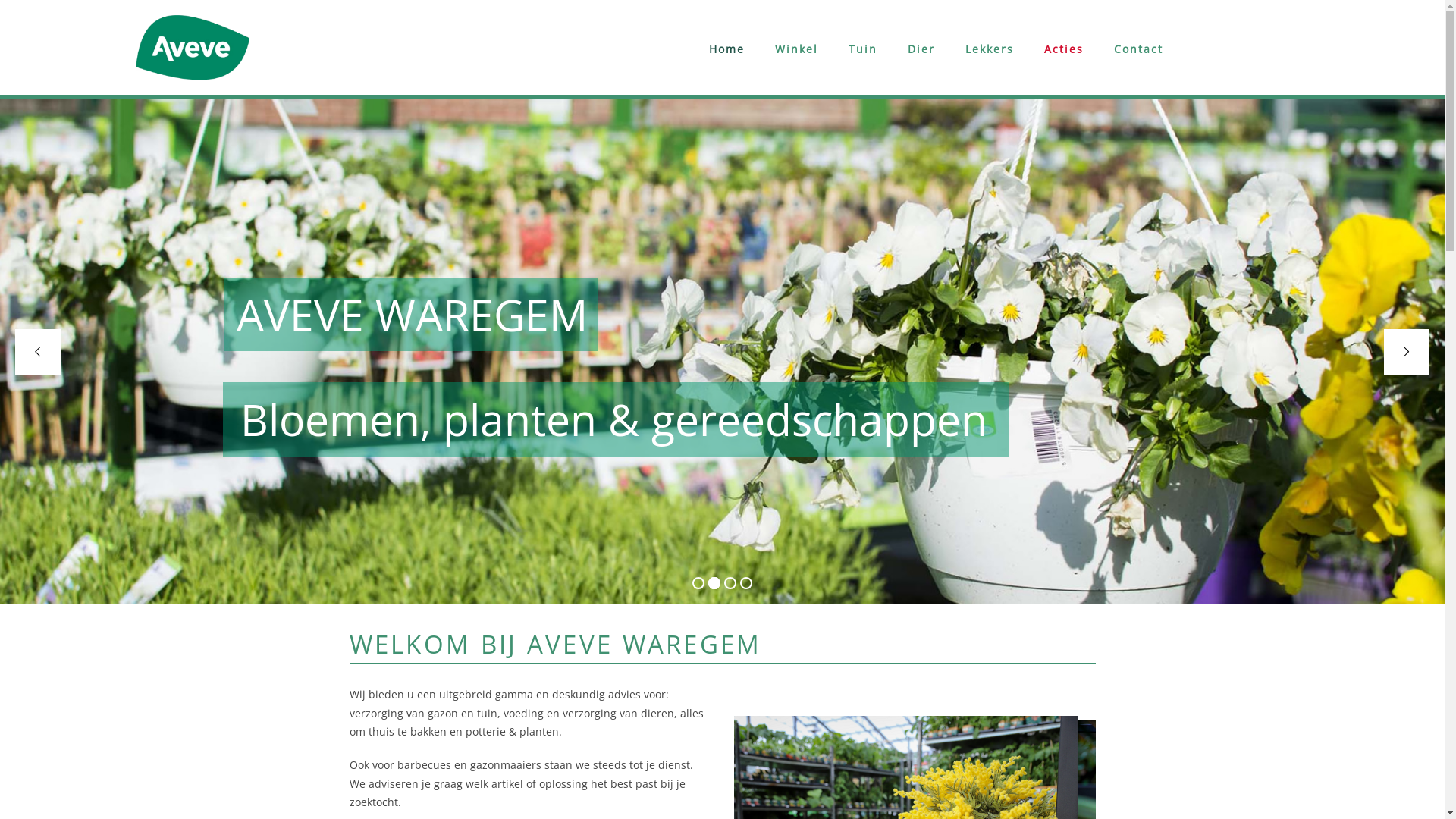  What do you see at coordinates (920, 49) in the screenshot?
I see `'Dier'` at bounding box center [920, 49].